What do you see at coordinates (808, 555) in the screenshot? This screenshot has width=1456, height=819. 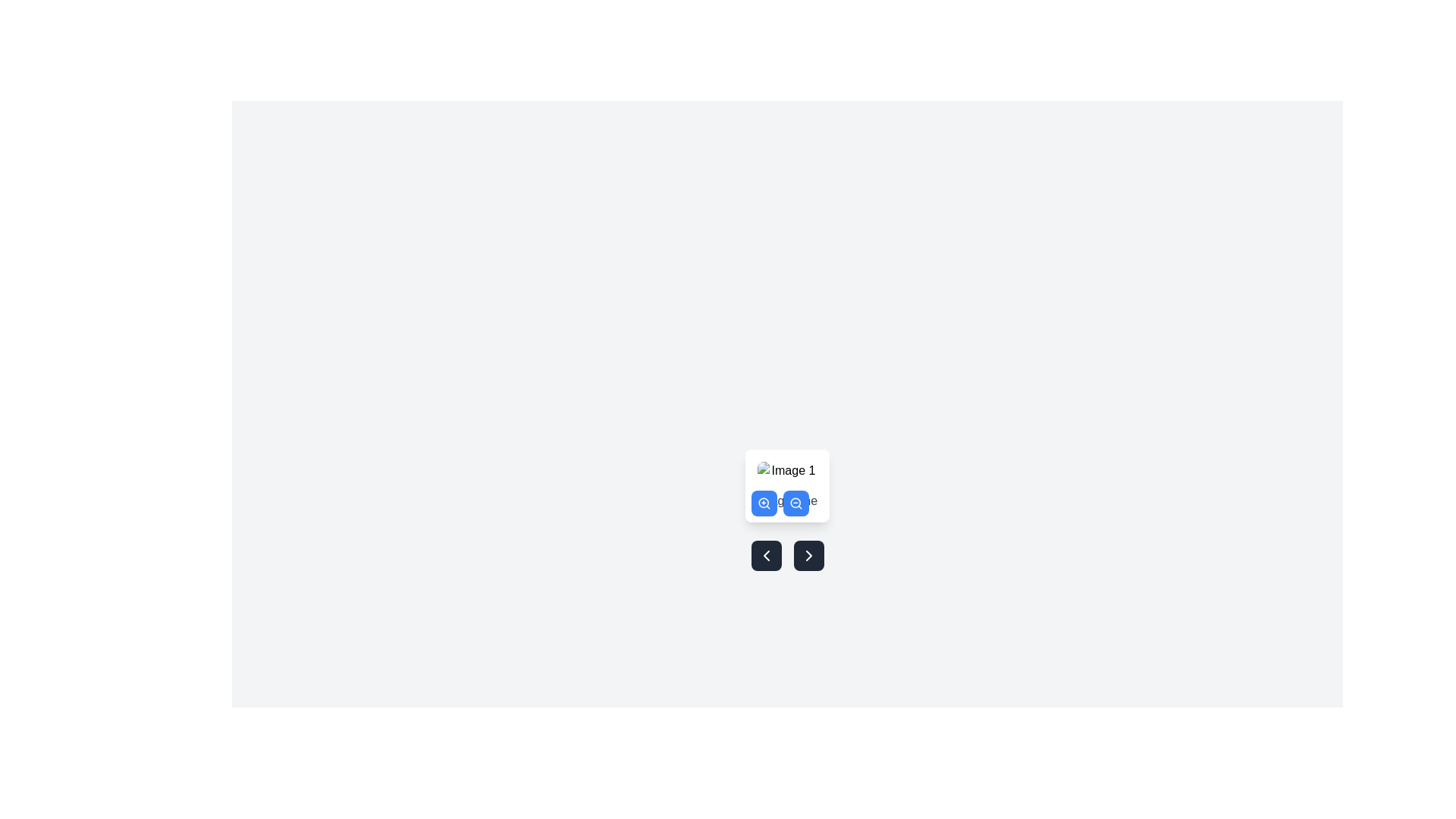 I see `the right-pointing chevron arrow icon located within the button` at bounding box center [808, 555].